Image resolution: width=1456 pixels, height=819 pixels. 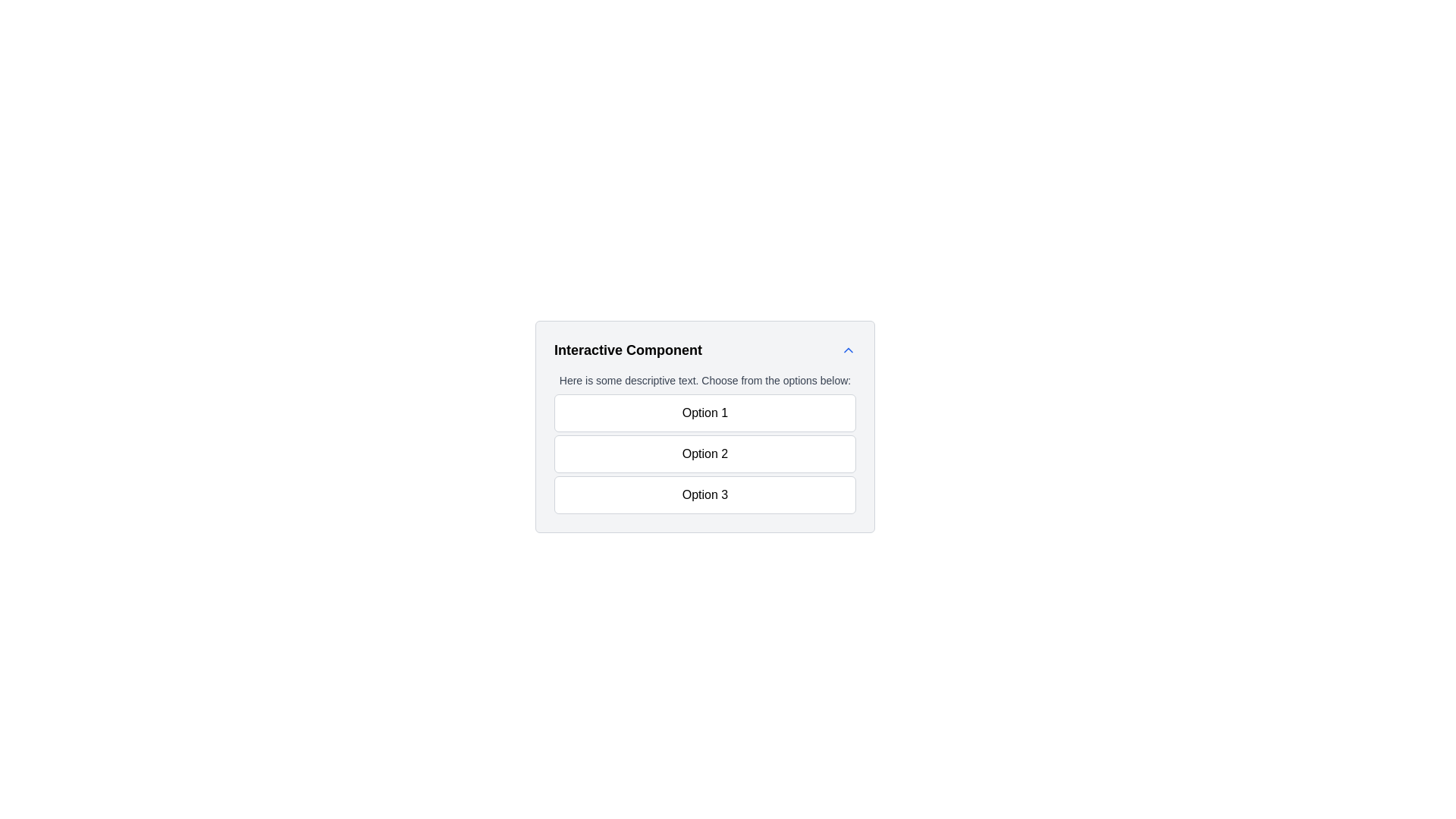 I want to click on the small upward-facing arrow icon with a blue outline located at the top right corner of its enclosing box, so click(x=847, y=350).